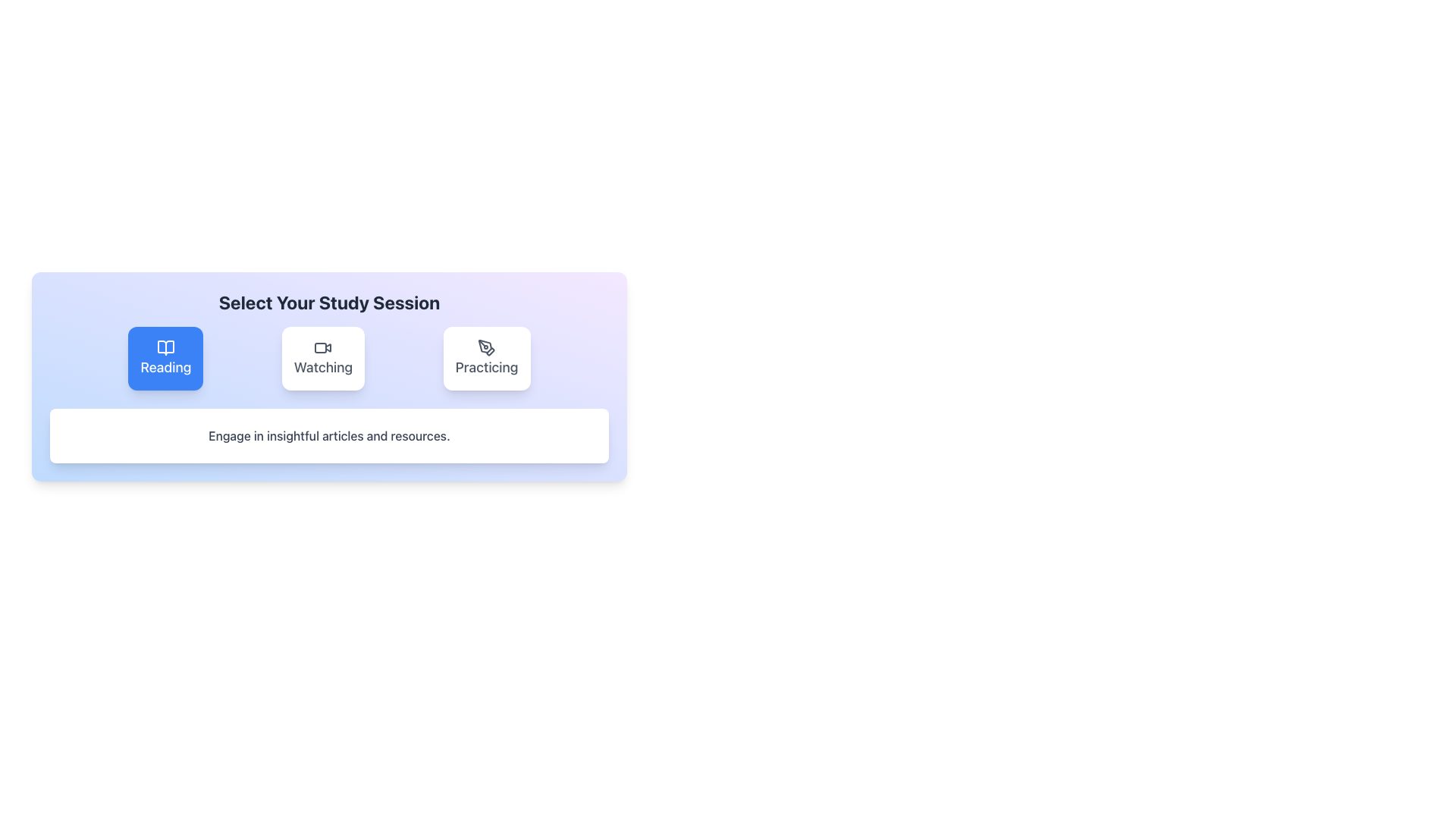 The image size is (1456, 819). What do you see at coordinates (322, 348) in the screenshot?
I see `the video camera icon located above the 'Watching' button in the horizontal toolbar` at bounding box center [322, 348].